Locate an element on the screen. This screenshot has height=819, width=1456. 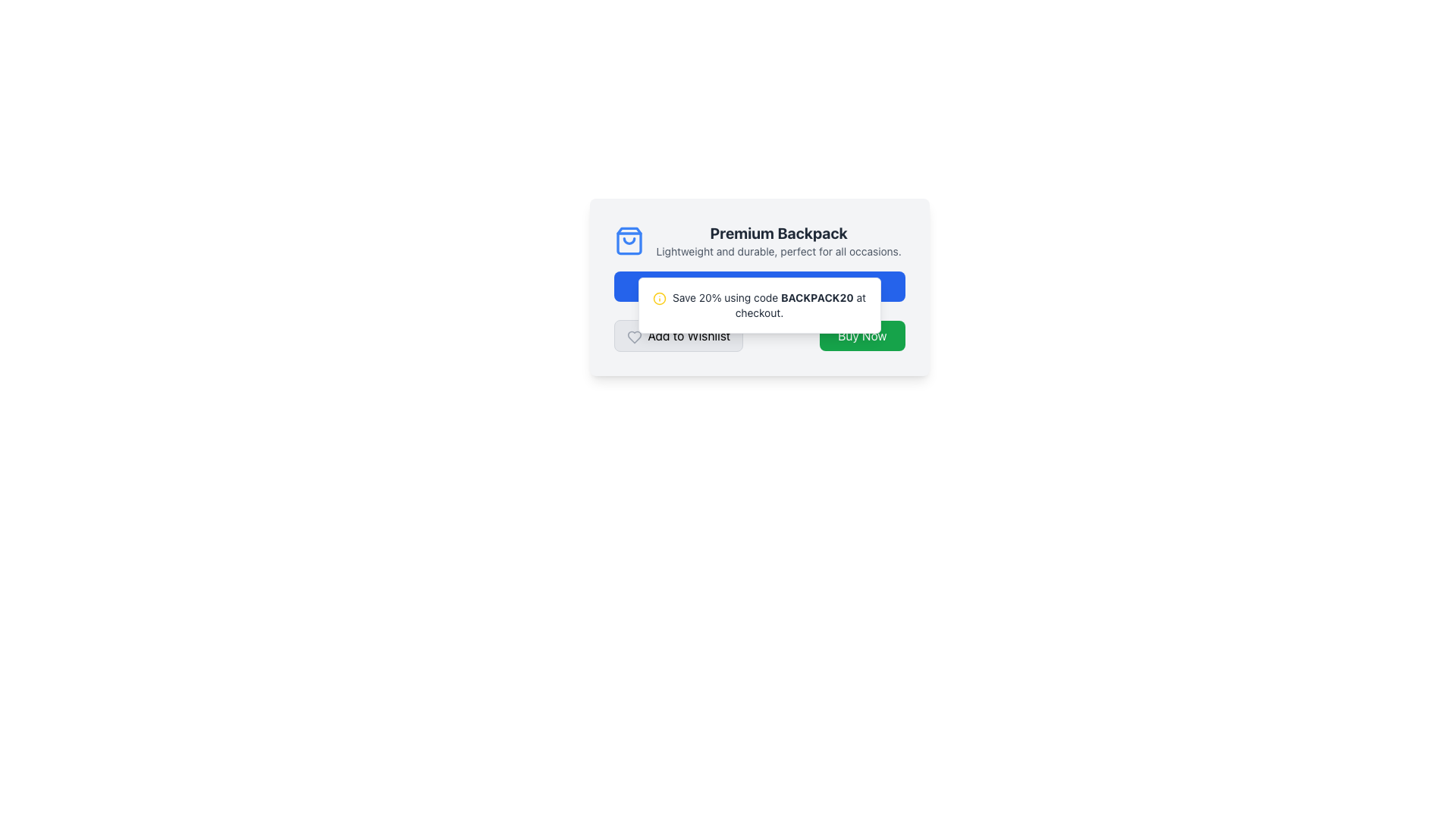
the 'Add to Wishlist' button, which is the first button in a horizontal row of action buttons, featuring a gray background and a heart icon is located at coordinates (677, 335).